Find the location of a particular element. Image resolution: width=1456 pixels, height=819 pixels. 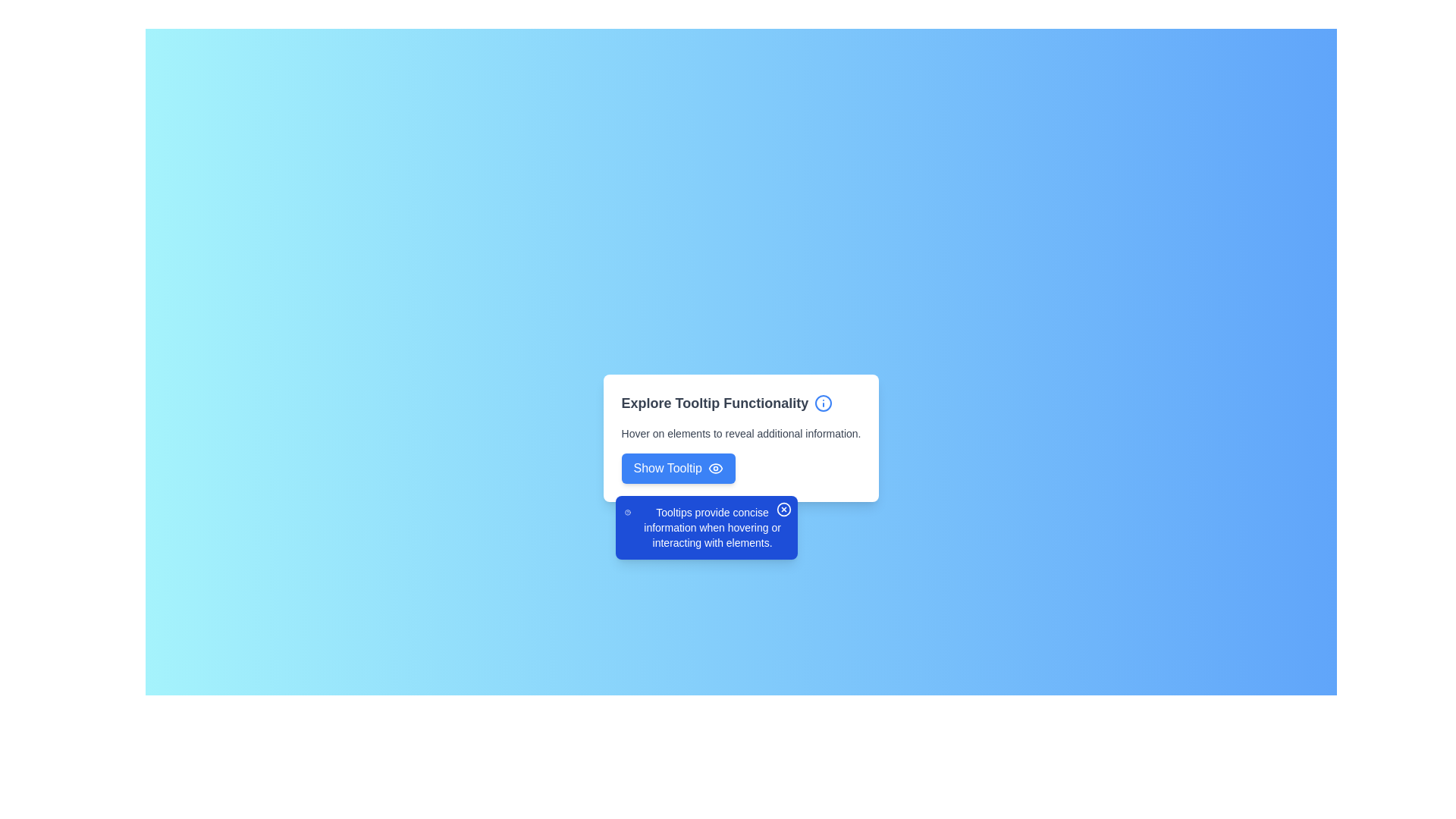

the outer oval shape of the eye icon, which is styled with a blue fill and located near the 'Show Tooltip' label is located at coordinates (714, 467).